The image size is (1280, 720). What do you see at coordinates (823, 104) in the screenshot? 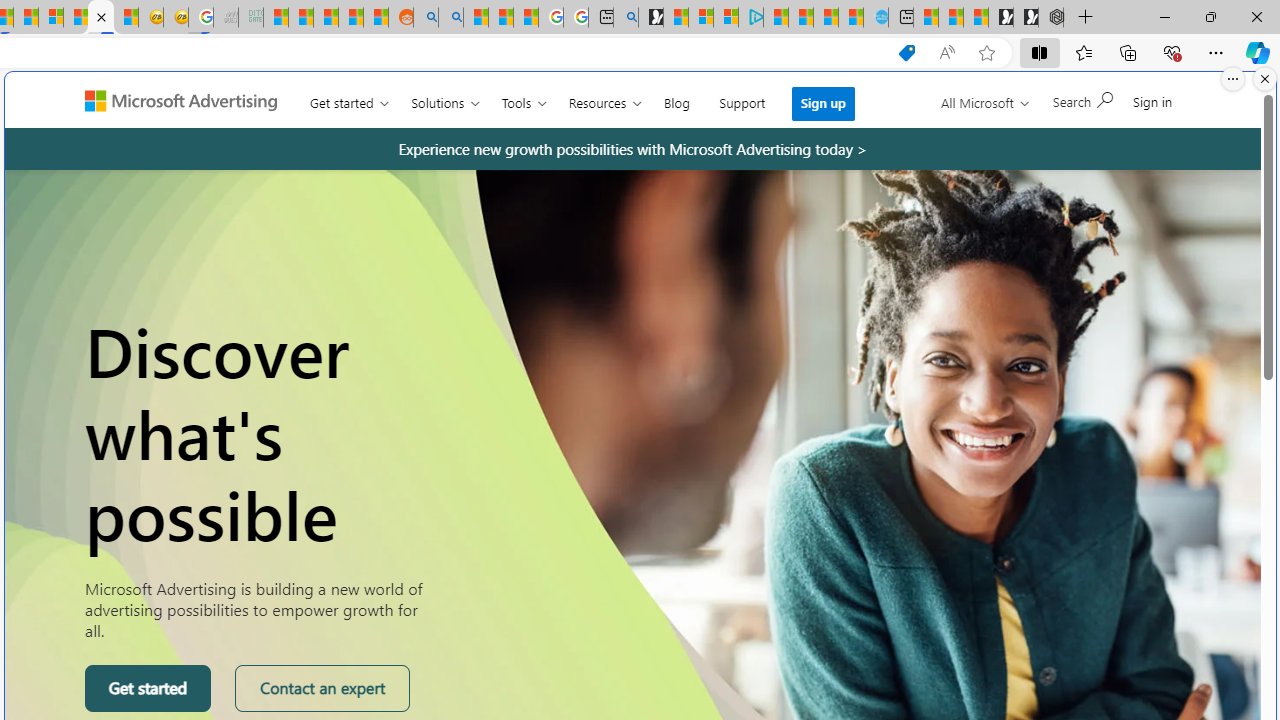
I see `'Sign up'` at bounding box center [823, 104].